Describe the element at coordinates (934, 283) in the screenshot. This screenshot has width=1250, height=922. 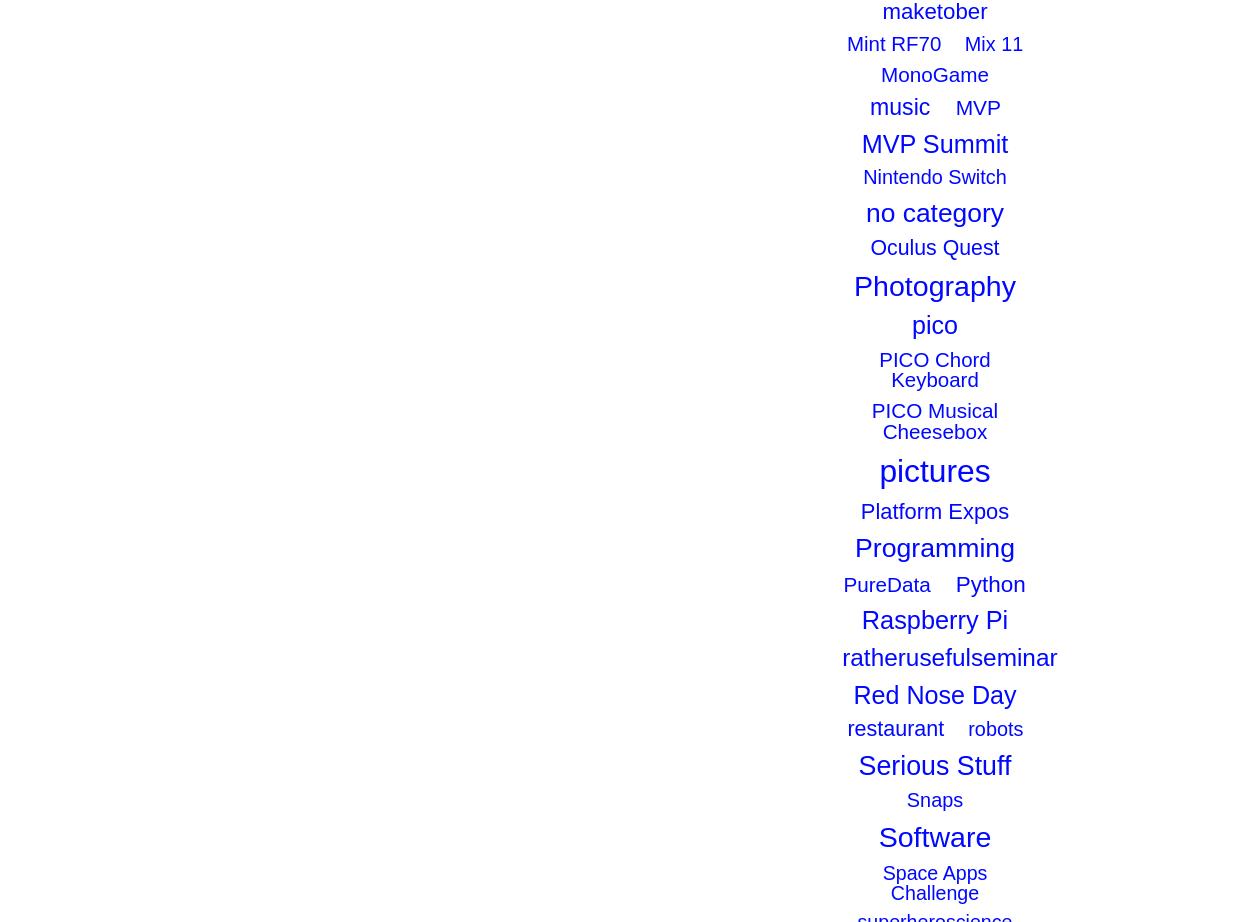
I see `'Photography'` at that location.